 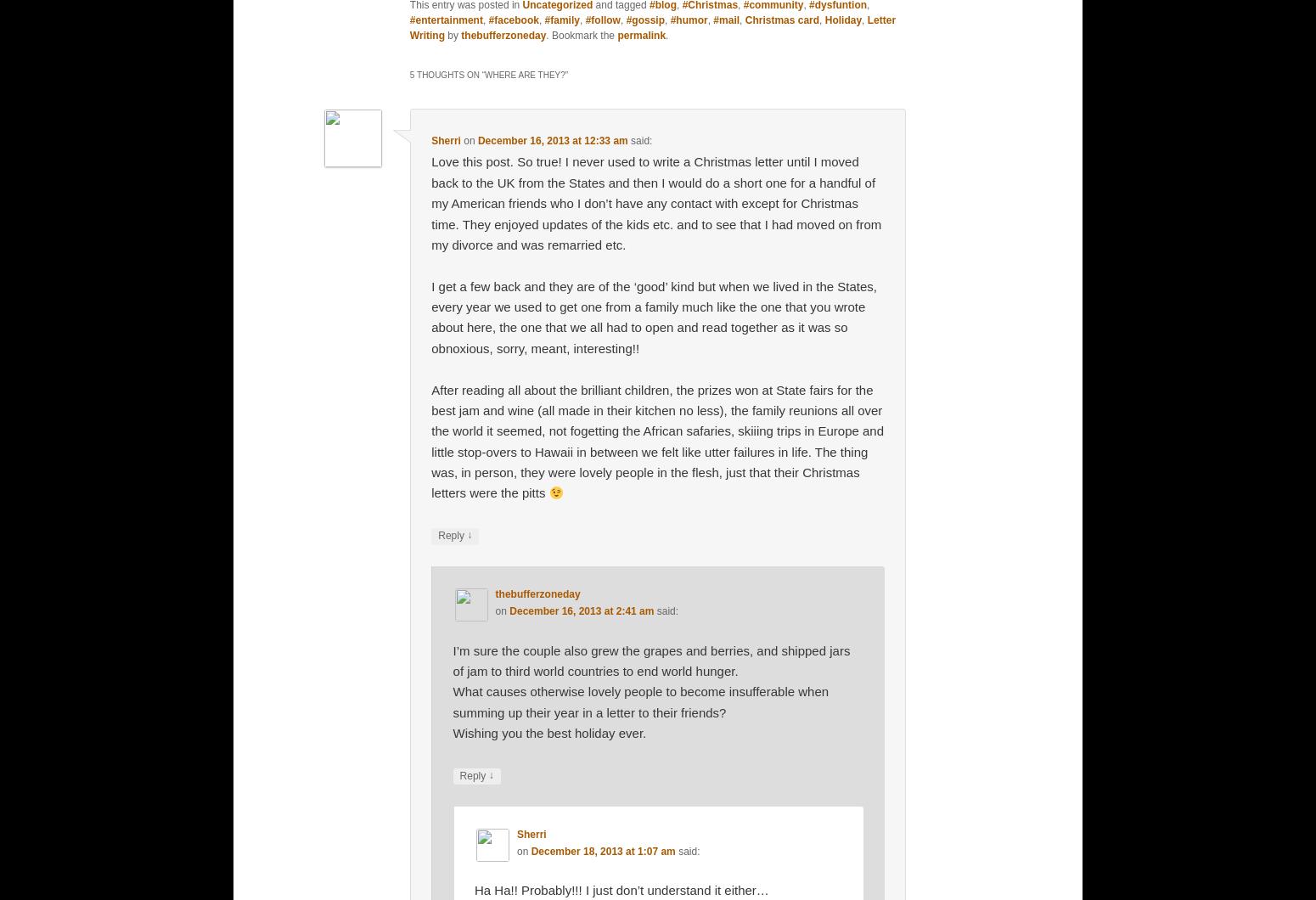 I want to click on '#humor', so click(x=687, y=20).